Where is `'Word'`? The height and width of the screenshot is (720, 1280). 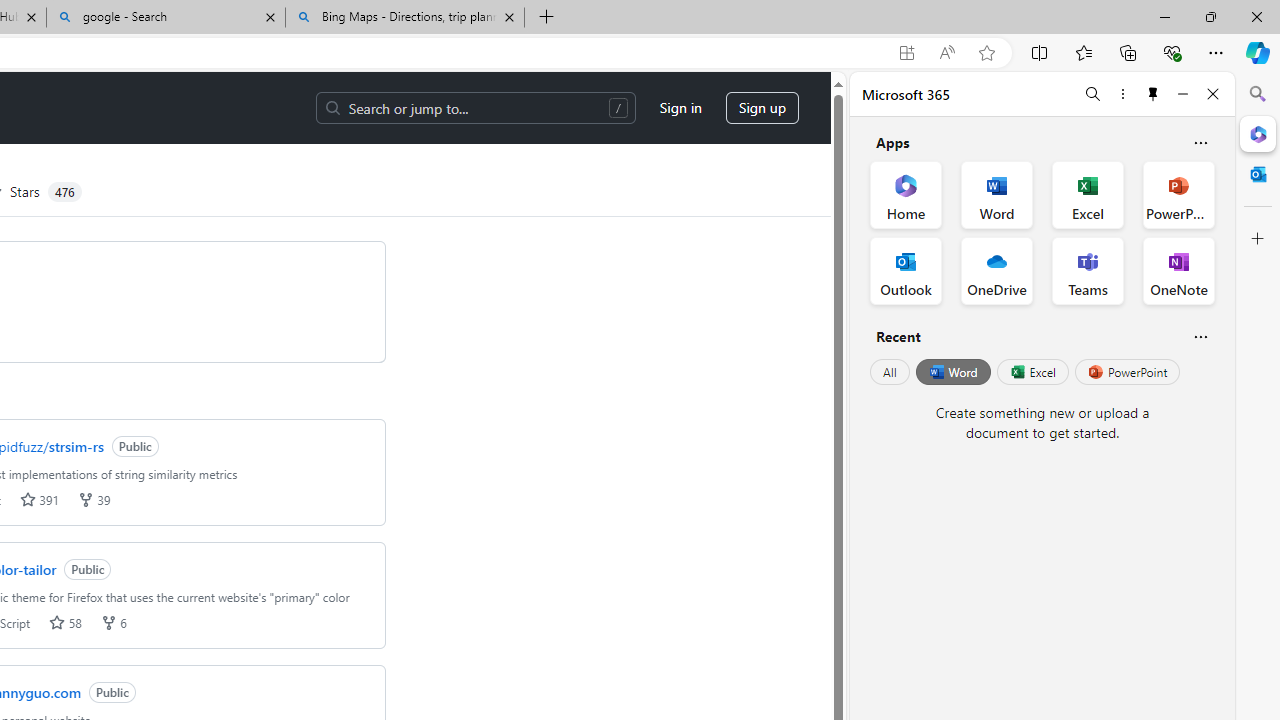
'Word' is located at coordinates (951, 372).